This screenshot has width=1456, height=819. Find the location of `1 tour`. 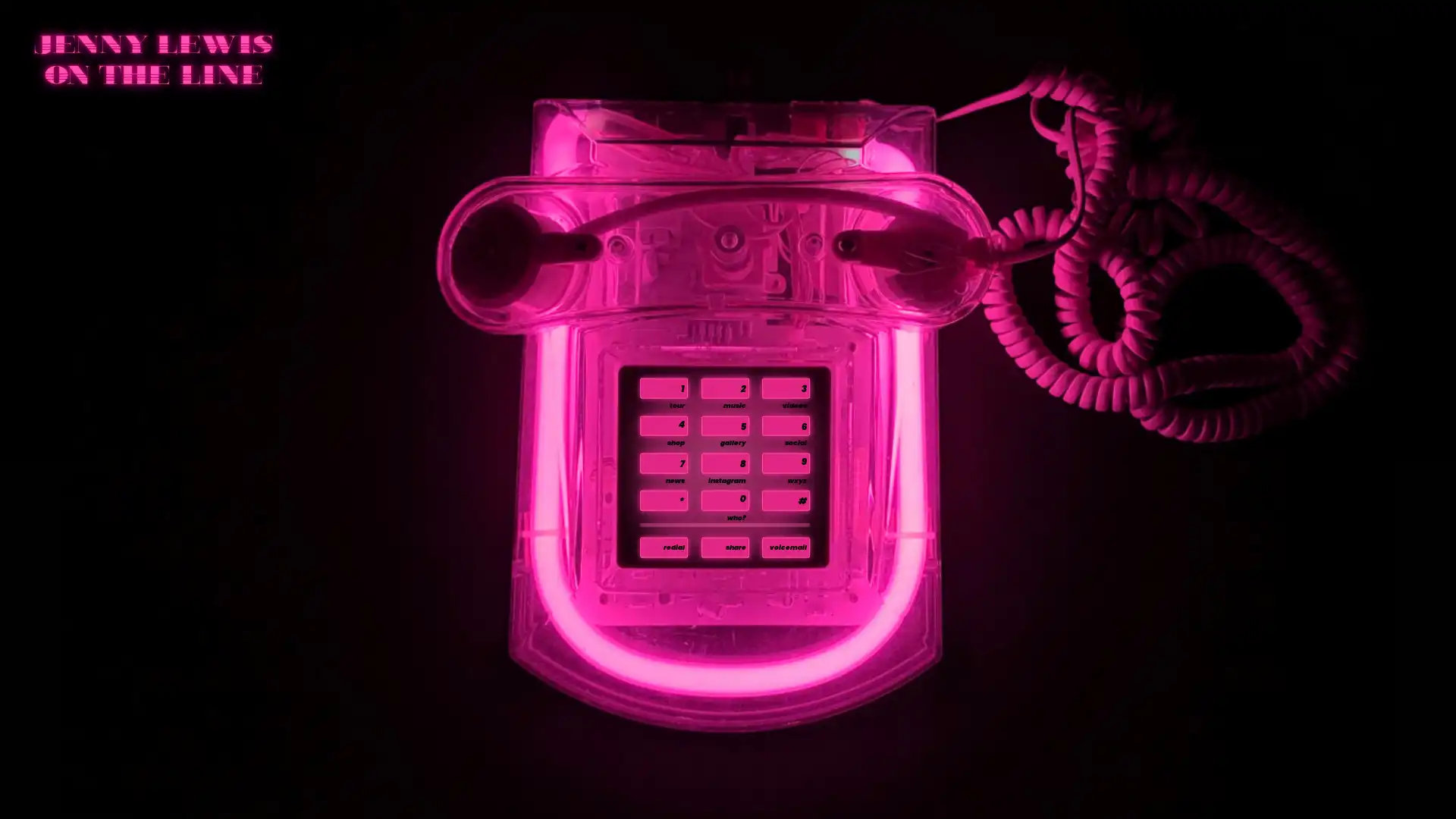

1 tour is located at coordinates (664, 388).